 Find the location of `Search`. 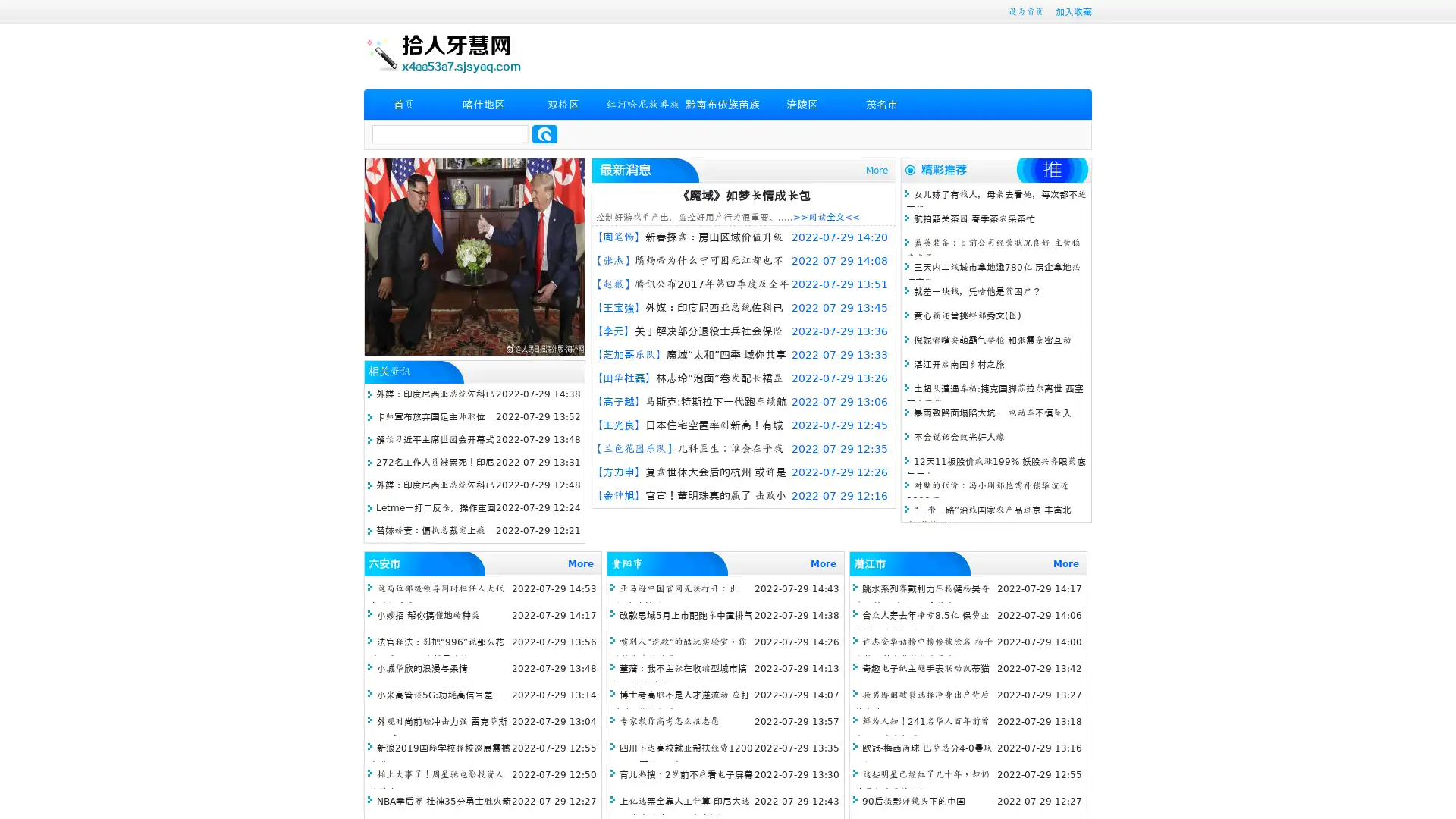

Search is located at coordinates (544, 133).